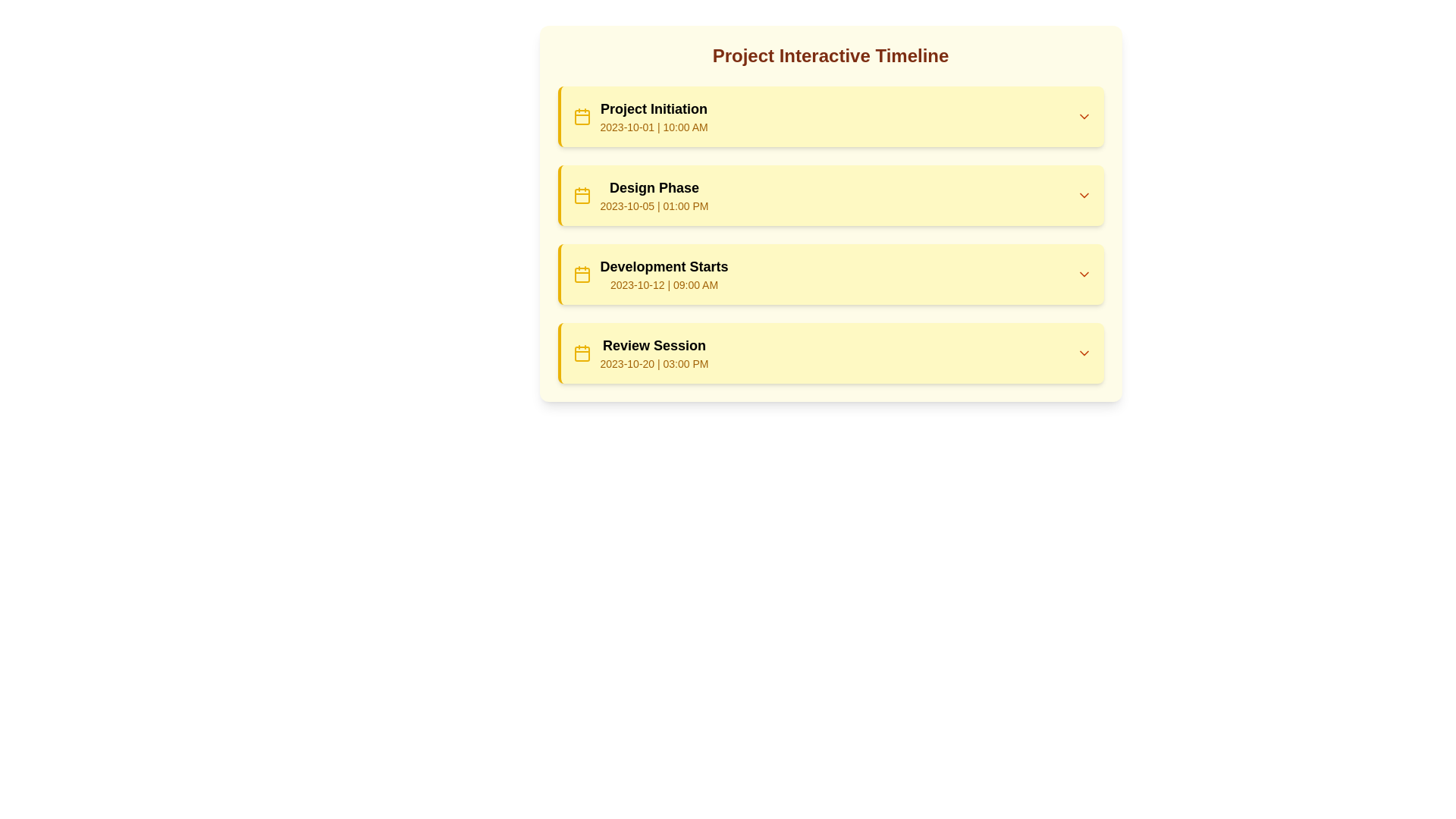 The height and width of the screenshot is (819, 1456). Describe the element at coordinates (830, 213) in the screenshot. I see `the second item in the vertical list titled 'Design Phase' within the 'Project Interactive Timeline' section` at that location.